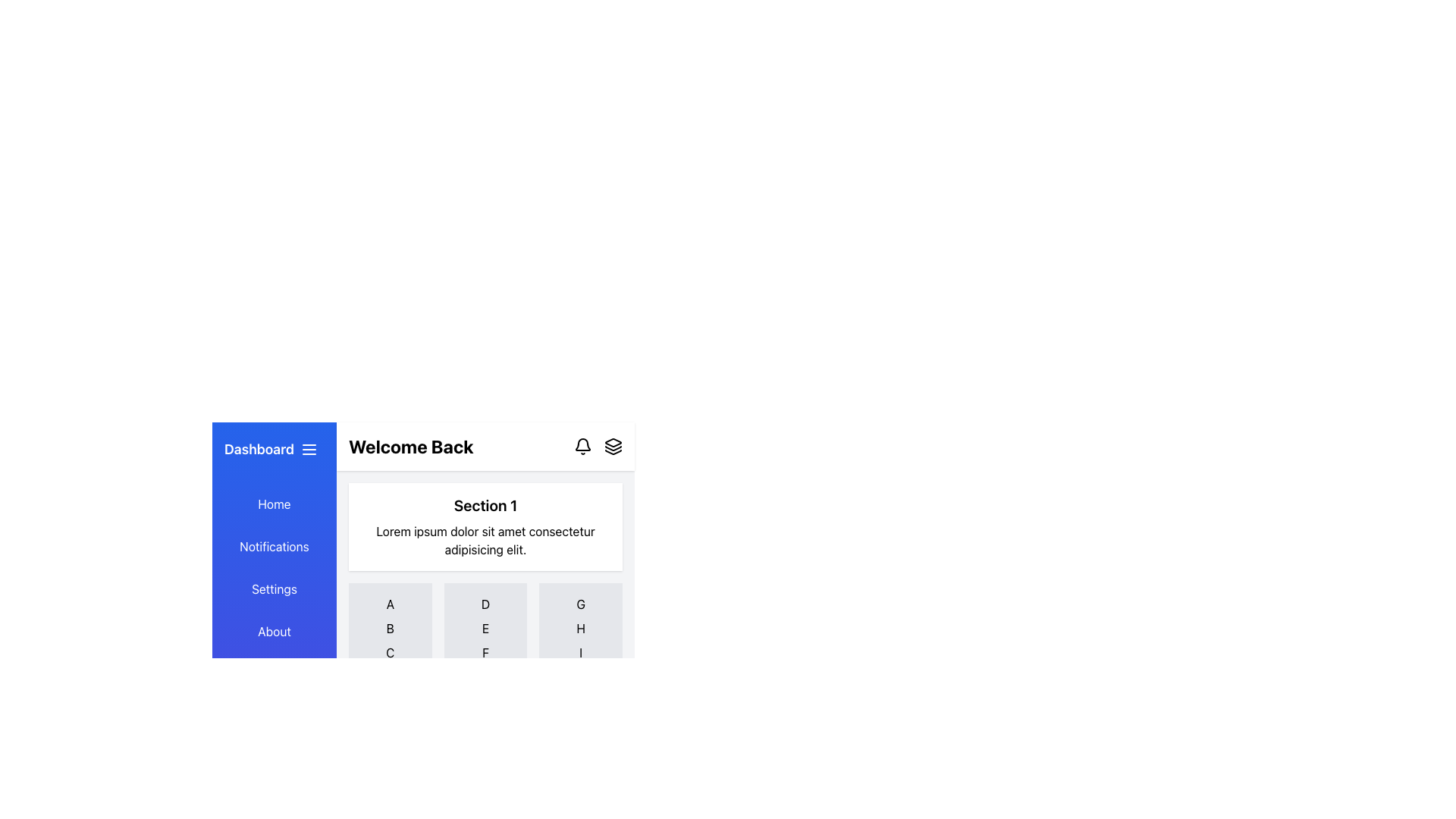  What do you see at coordinates (390, 651) in the screenshot?
I see `the text label displaying the character 'C' for accessibility purposes` at bounding box center [390, 651].